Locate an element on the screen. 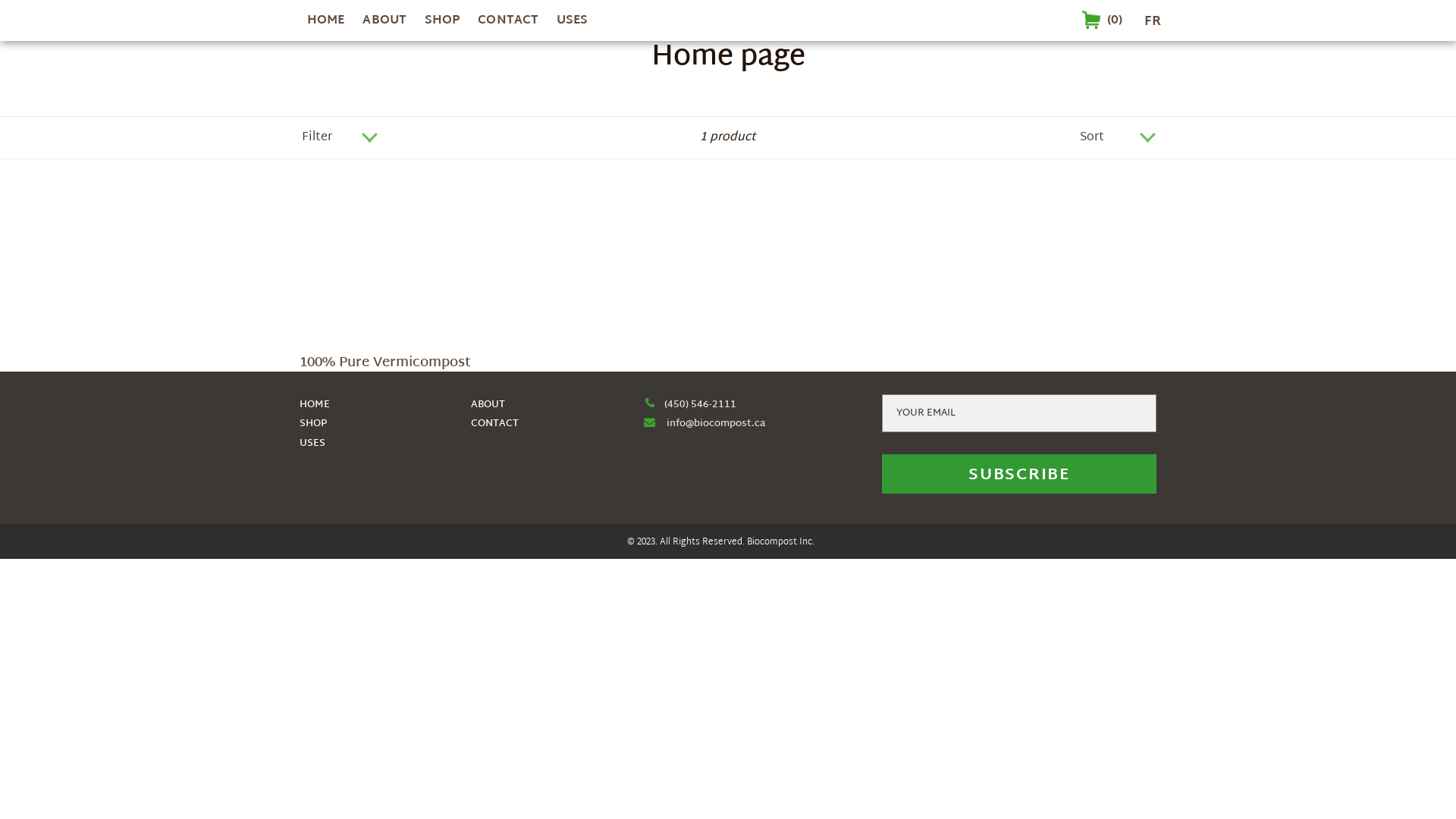 The width and height of the screenshot is (1456, 819). 'fa-envelope' is located at coordinates (649, 422).